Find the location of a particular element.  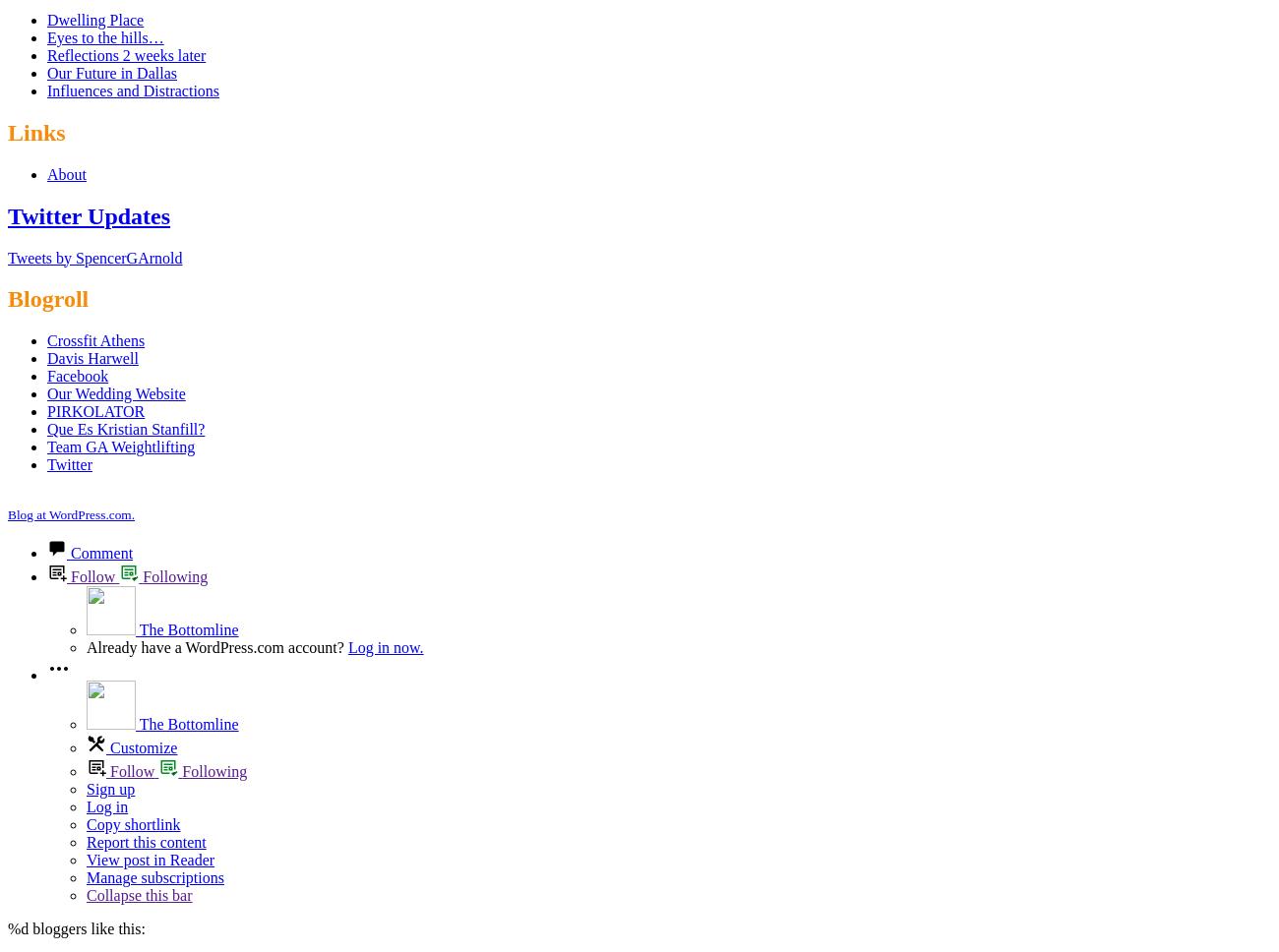

'Team GA Weightlifting' is located at coordinates (119, 446).